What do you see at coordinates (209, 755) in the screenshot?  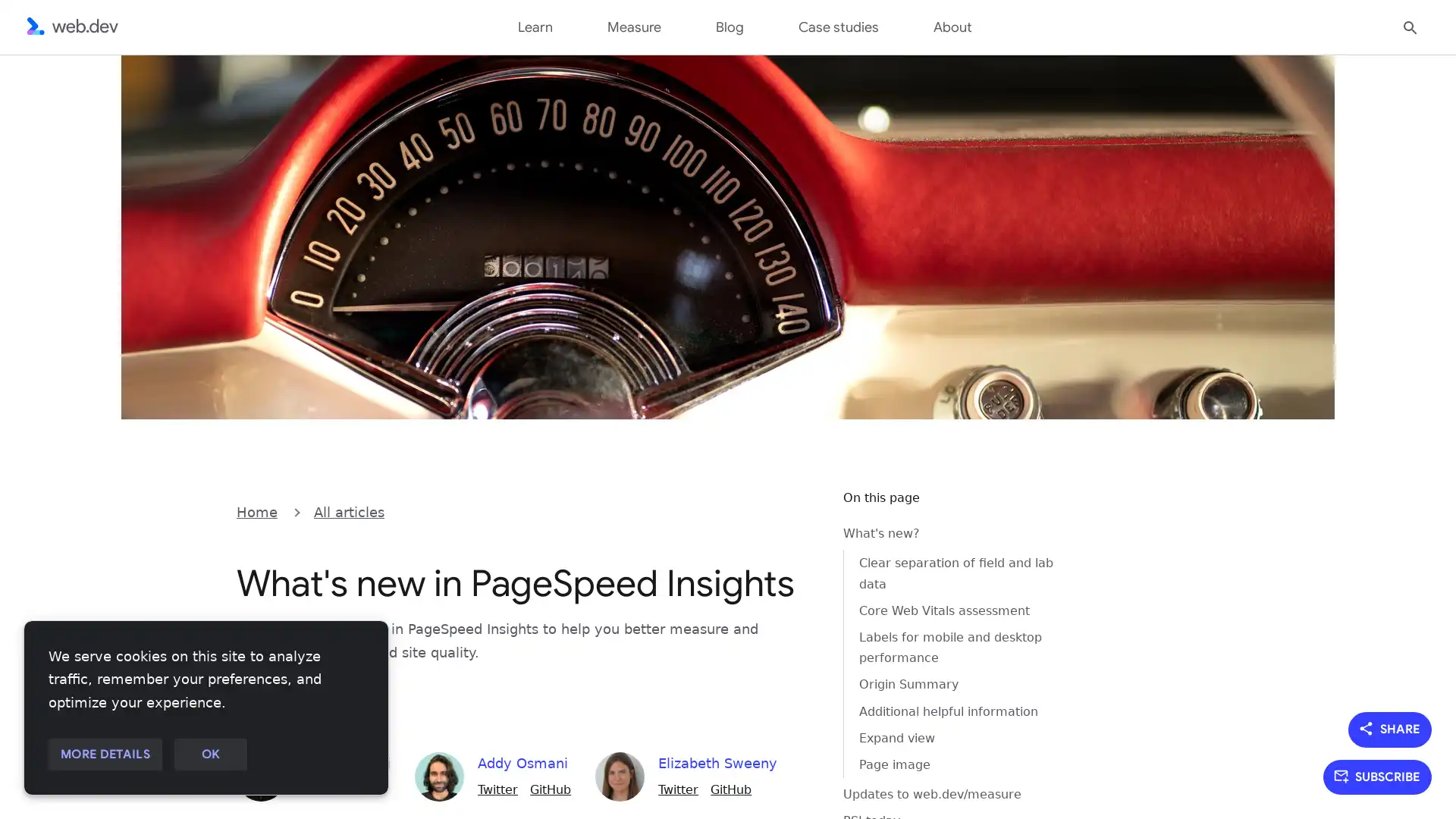 I see `OK` at bounding box center [209, 755].